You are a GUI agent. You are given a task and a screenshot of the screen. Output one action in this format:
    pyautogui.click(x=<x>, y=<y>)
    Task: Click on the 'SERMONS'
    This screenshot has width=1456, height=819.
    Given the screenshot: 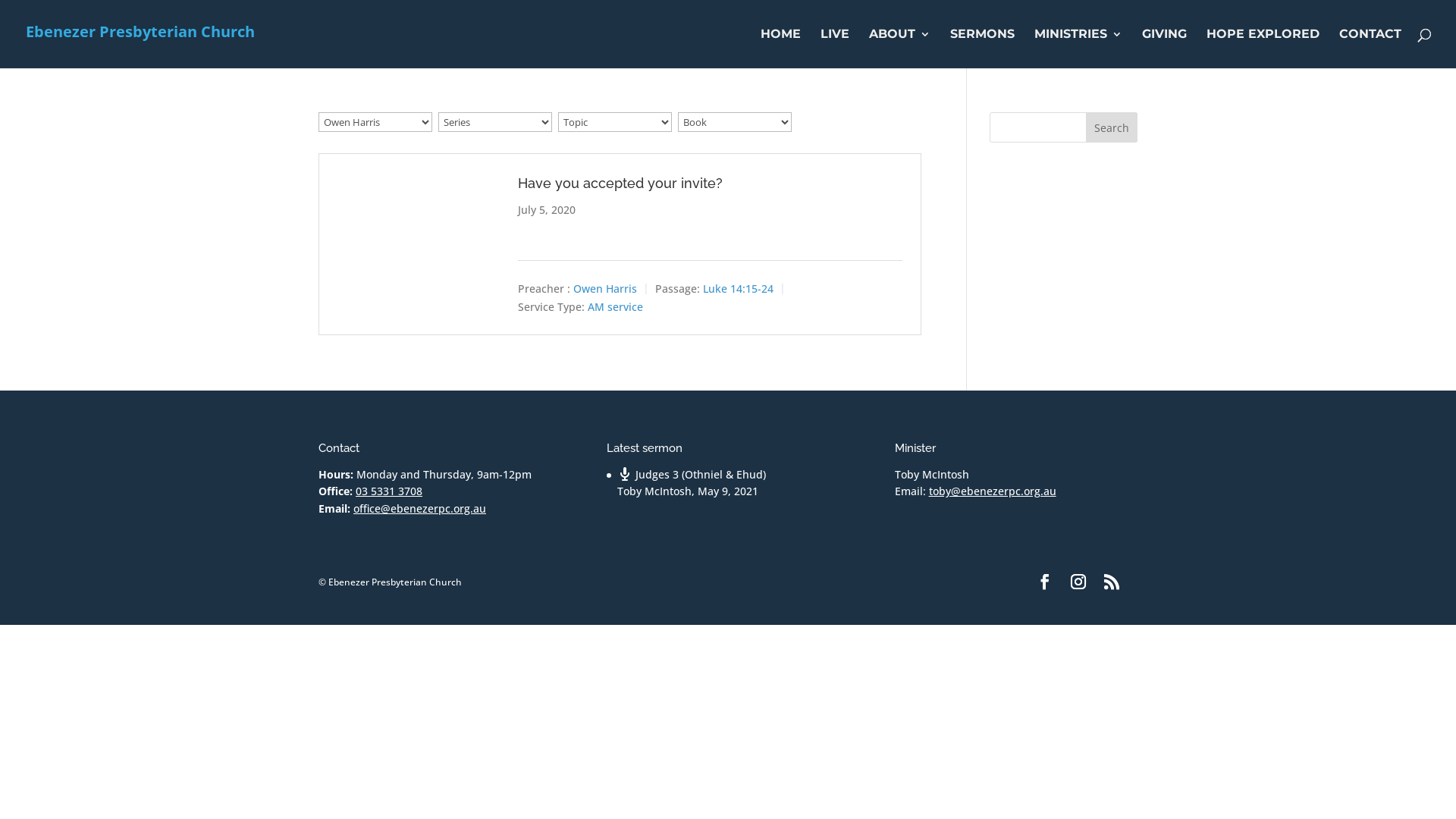 What is the action you would take?
    pyautogui.click(x=982, y=48)
    